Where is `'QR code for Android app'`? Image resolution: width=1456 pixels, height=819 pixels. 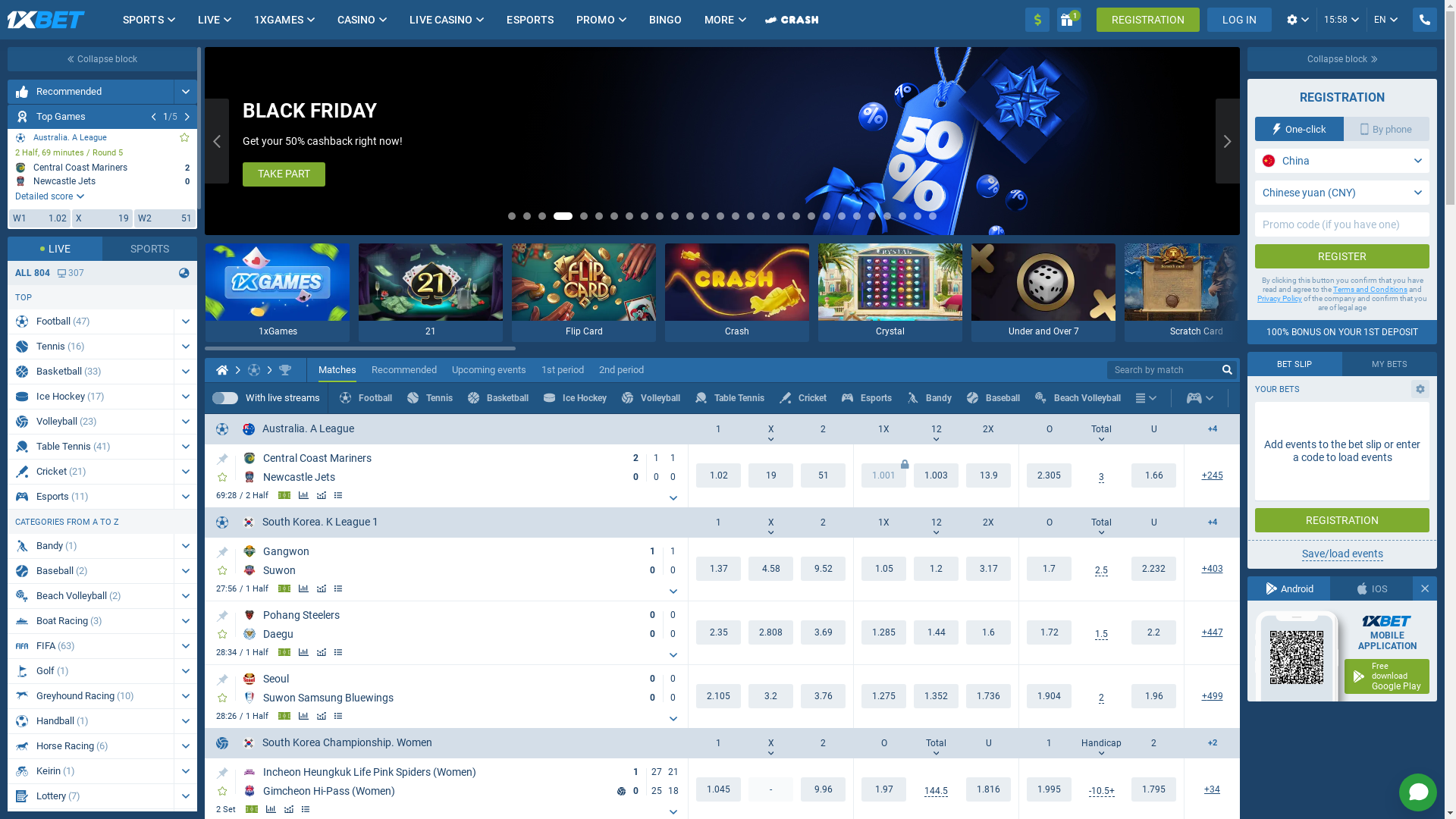 'QR code for Android app' is located at coordinates (1294, 657).